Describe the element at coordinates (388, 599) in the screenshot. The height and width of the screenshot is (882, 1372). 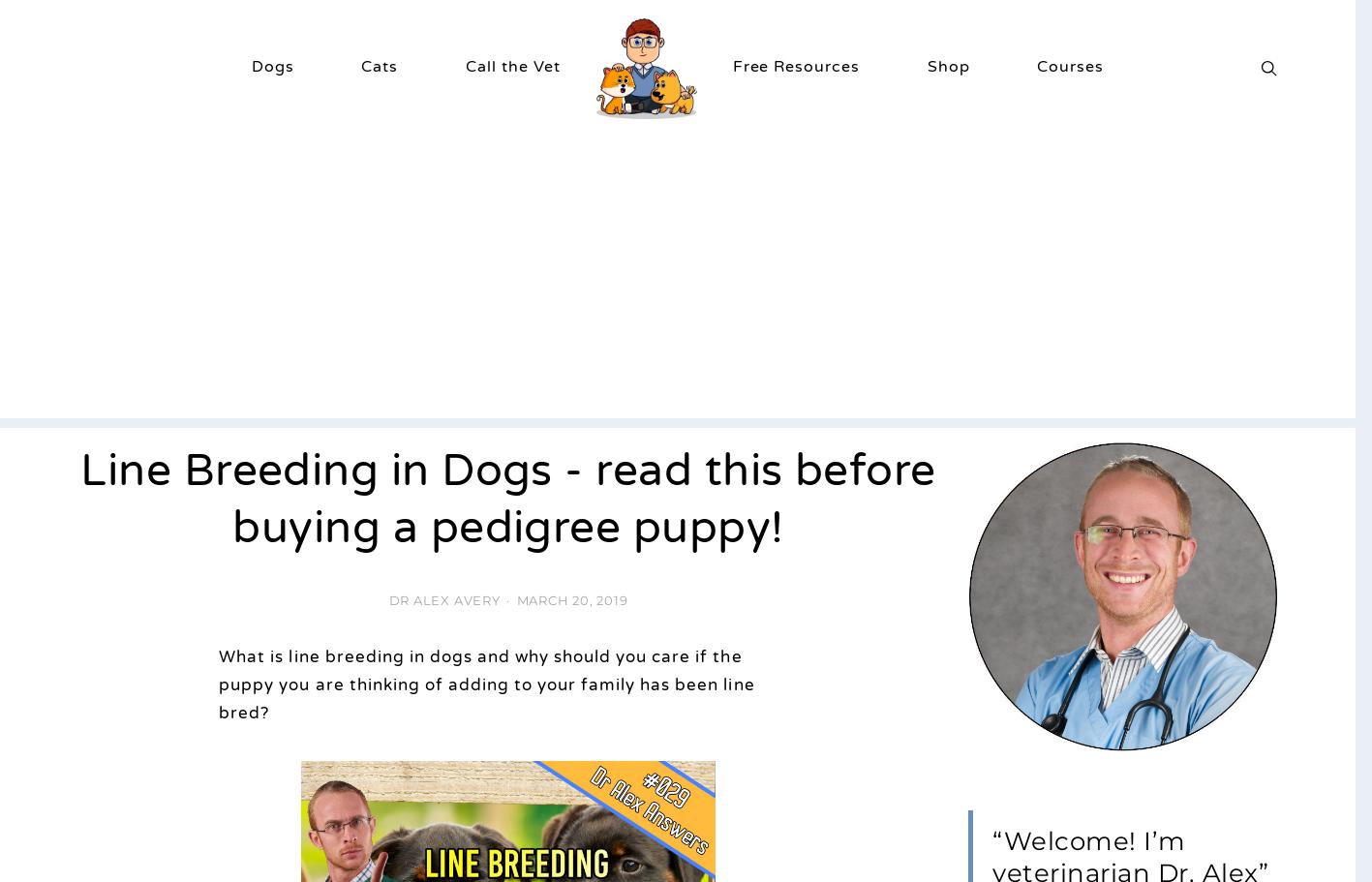
I see `'Dr Alex Avery'` at that location.